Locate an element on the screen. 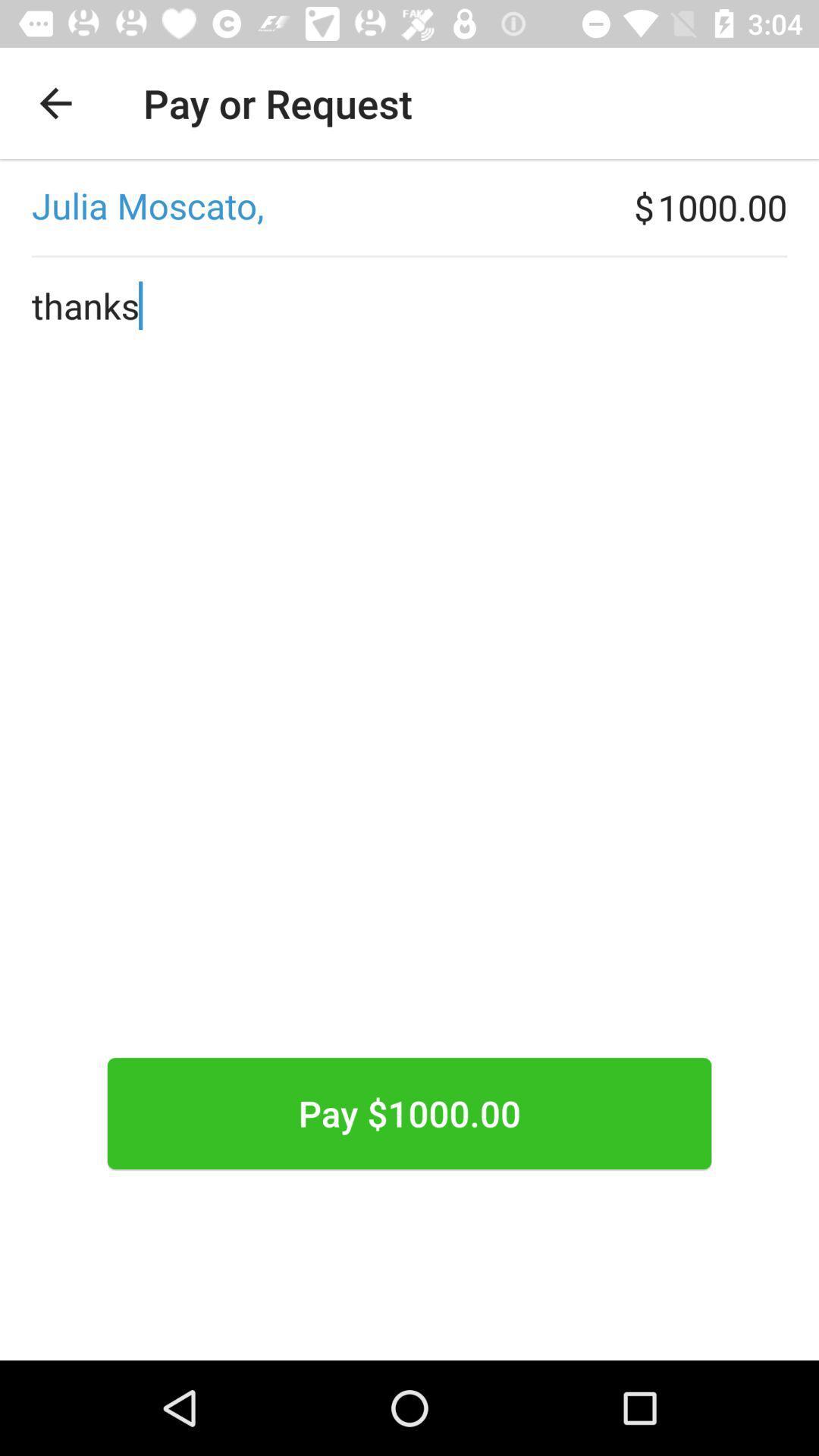  the ,  item is located at coordinates (316, 206).